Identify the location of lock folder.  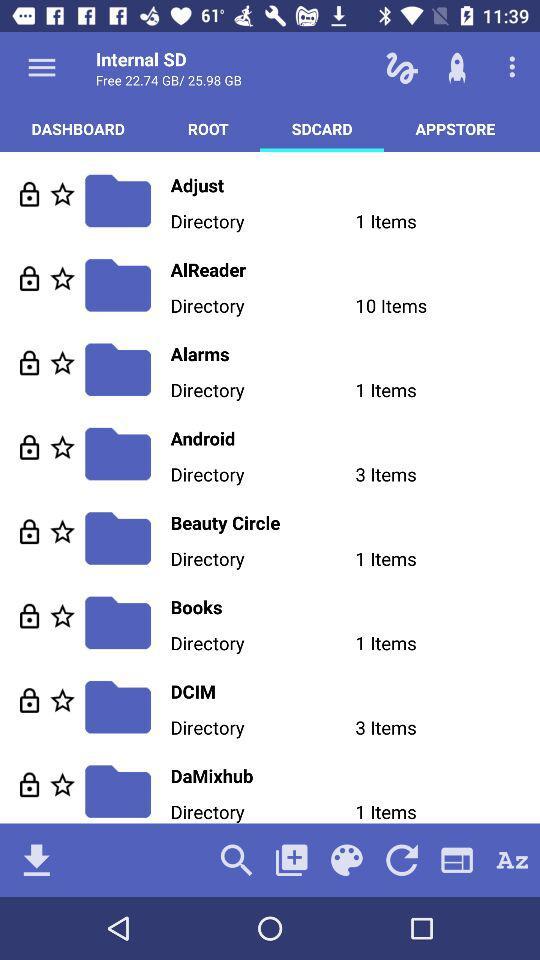
(28, 615).